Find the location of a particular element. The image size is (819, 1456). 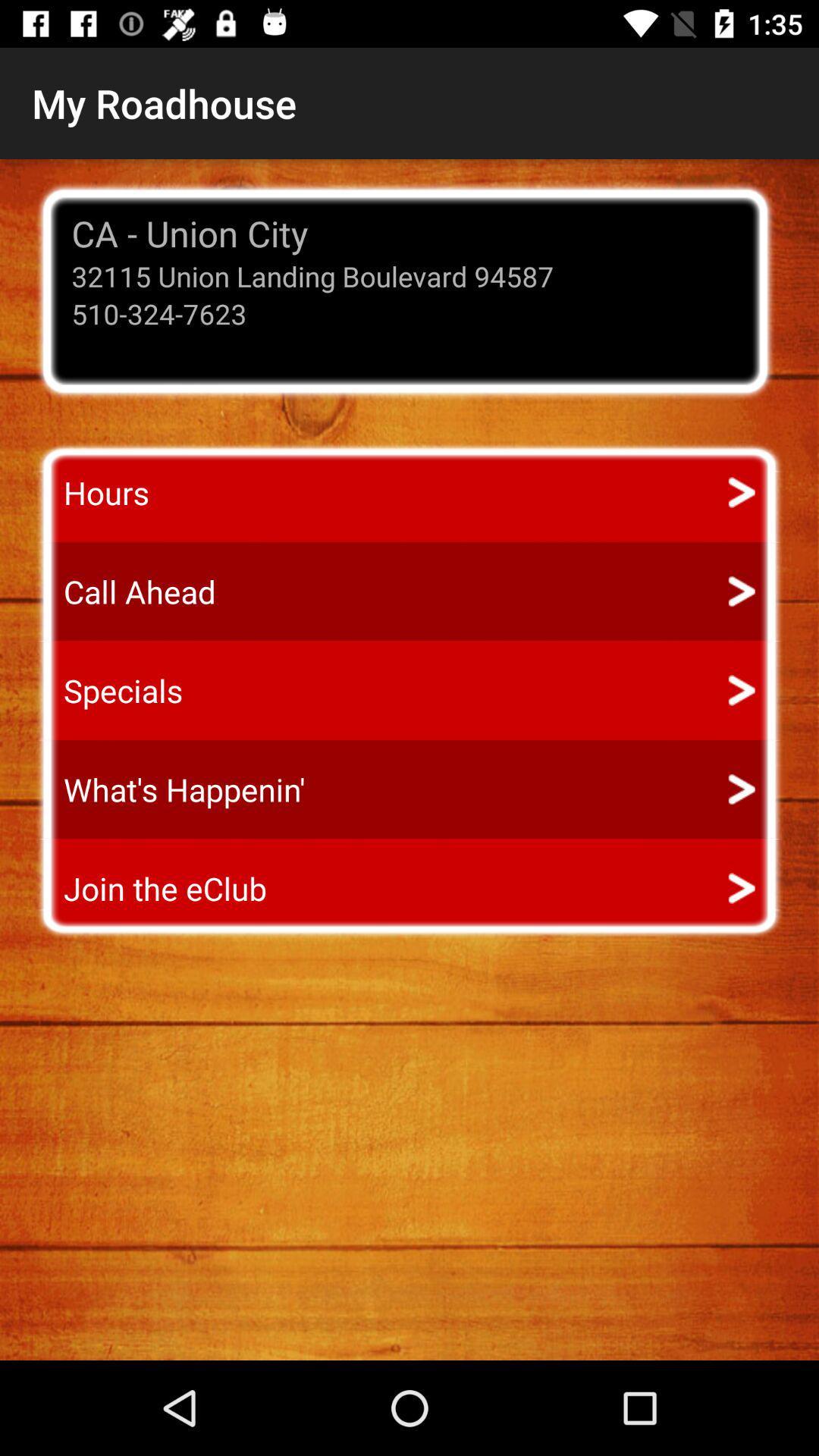

icon above the specials app is located at coordinates (125, 591).